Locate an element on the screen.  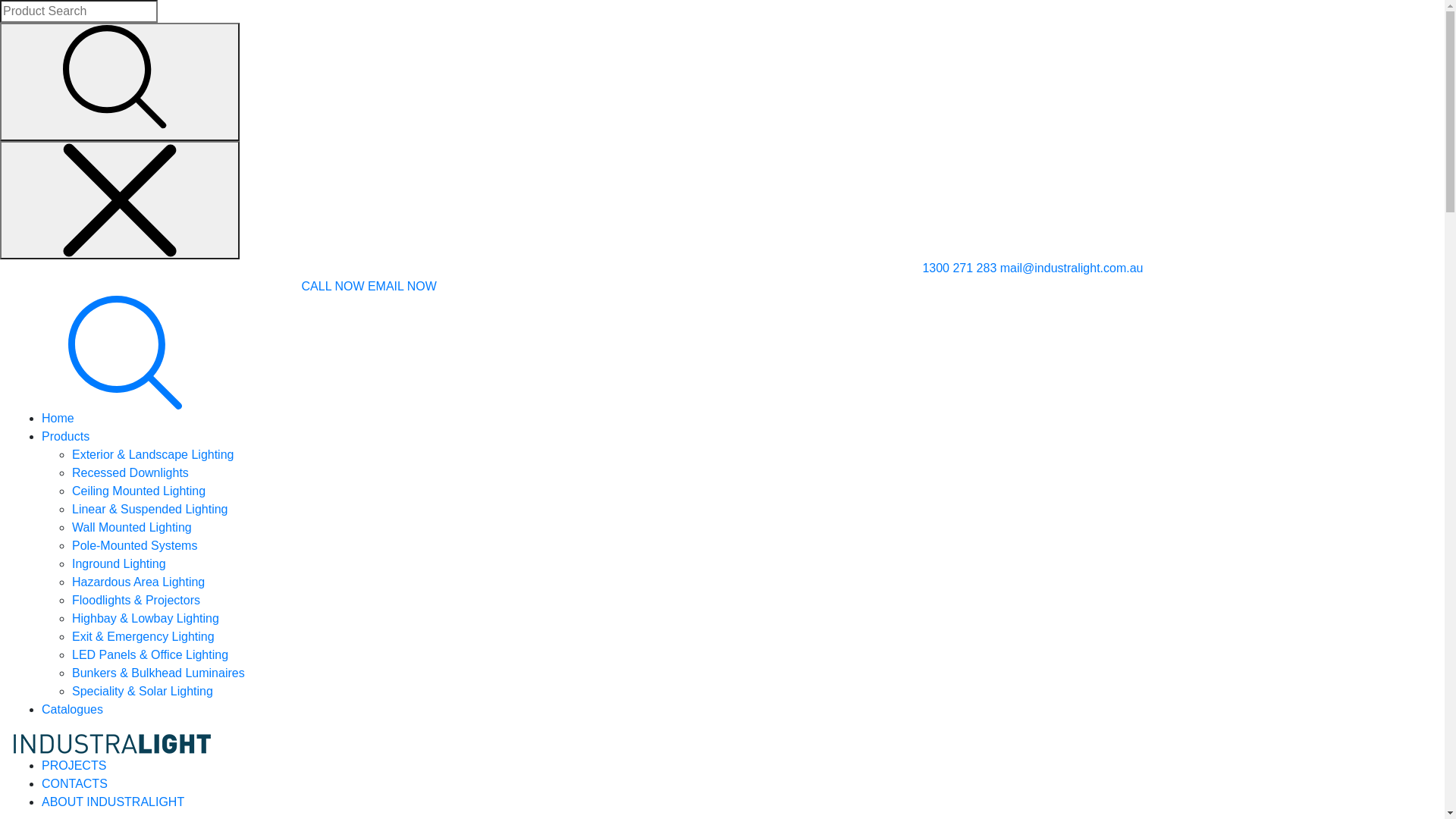
'Hazardous Area Lighting' is located at coordinates (138, 581).